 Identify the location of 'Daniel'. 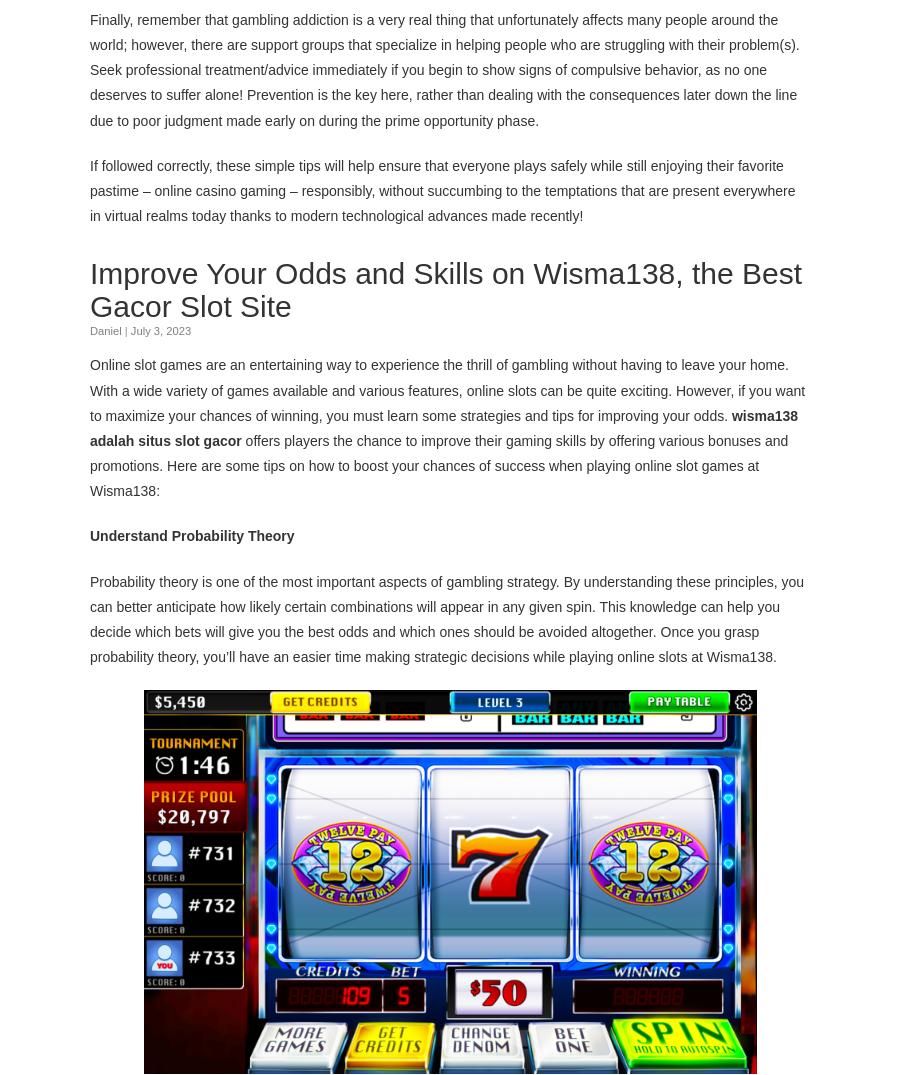
(104, 329).